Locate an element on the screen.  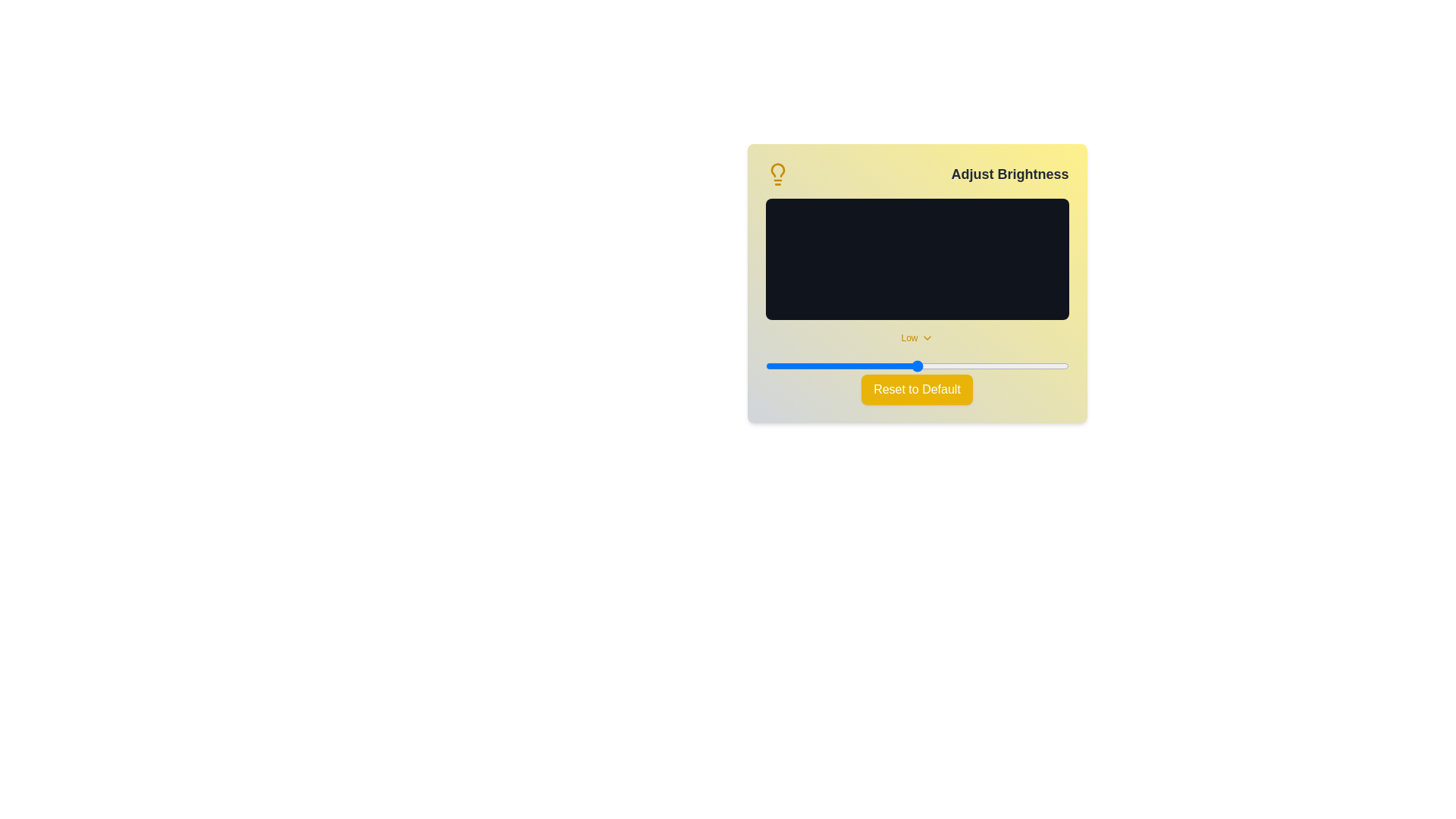
the brightness slider to 41 percent is located at coordinates (890, 366).